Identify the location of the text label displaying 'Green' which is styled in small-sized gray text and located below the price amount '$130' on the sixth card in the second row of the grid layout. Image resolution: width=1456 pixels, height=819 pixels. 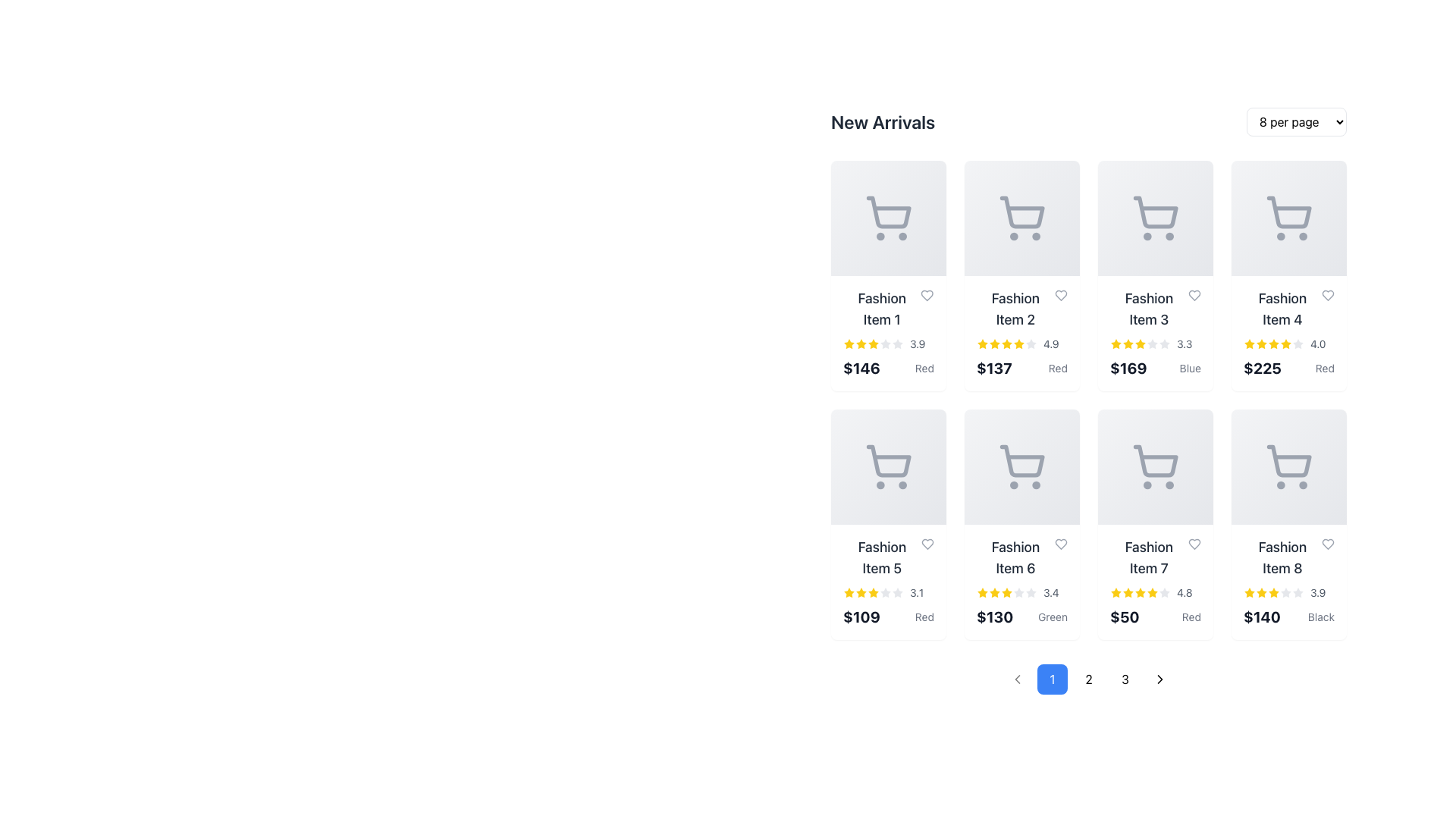
(1052, 617).